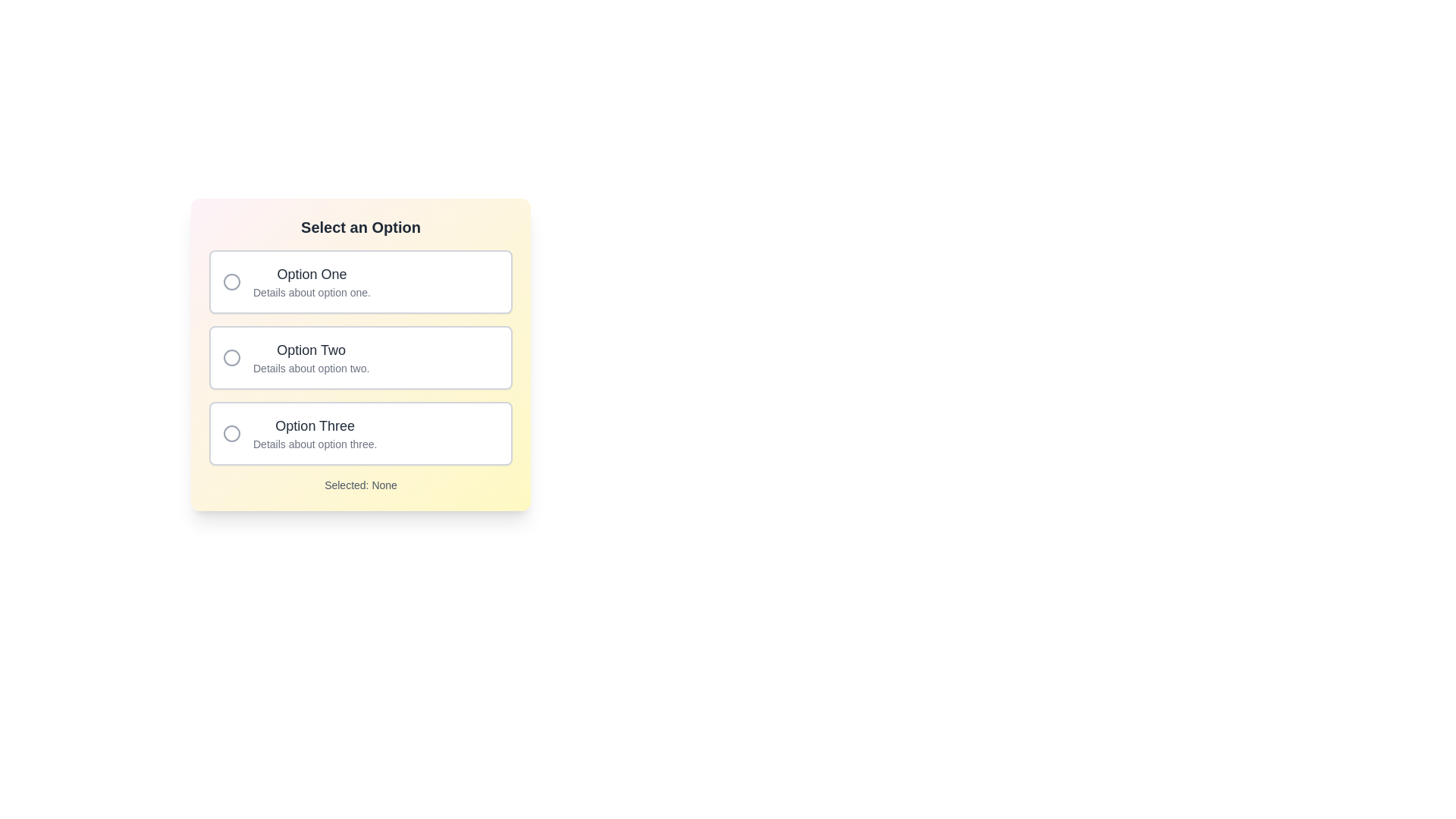 Image resolution: width=1456 pixels, height=819 pixels. I want to click on the text label displaying 'Option Three', which is a bold, medium-sized dark gray text label located below 'Option Two', so click(314, 426).